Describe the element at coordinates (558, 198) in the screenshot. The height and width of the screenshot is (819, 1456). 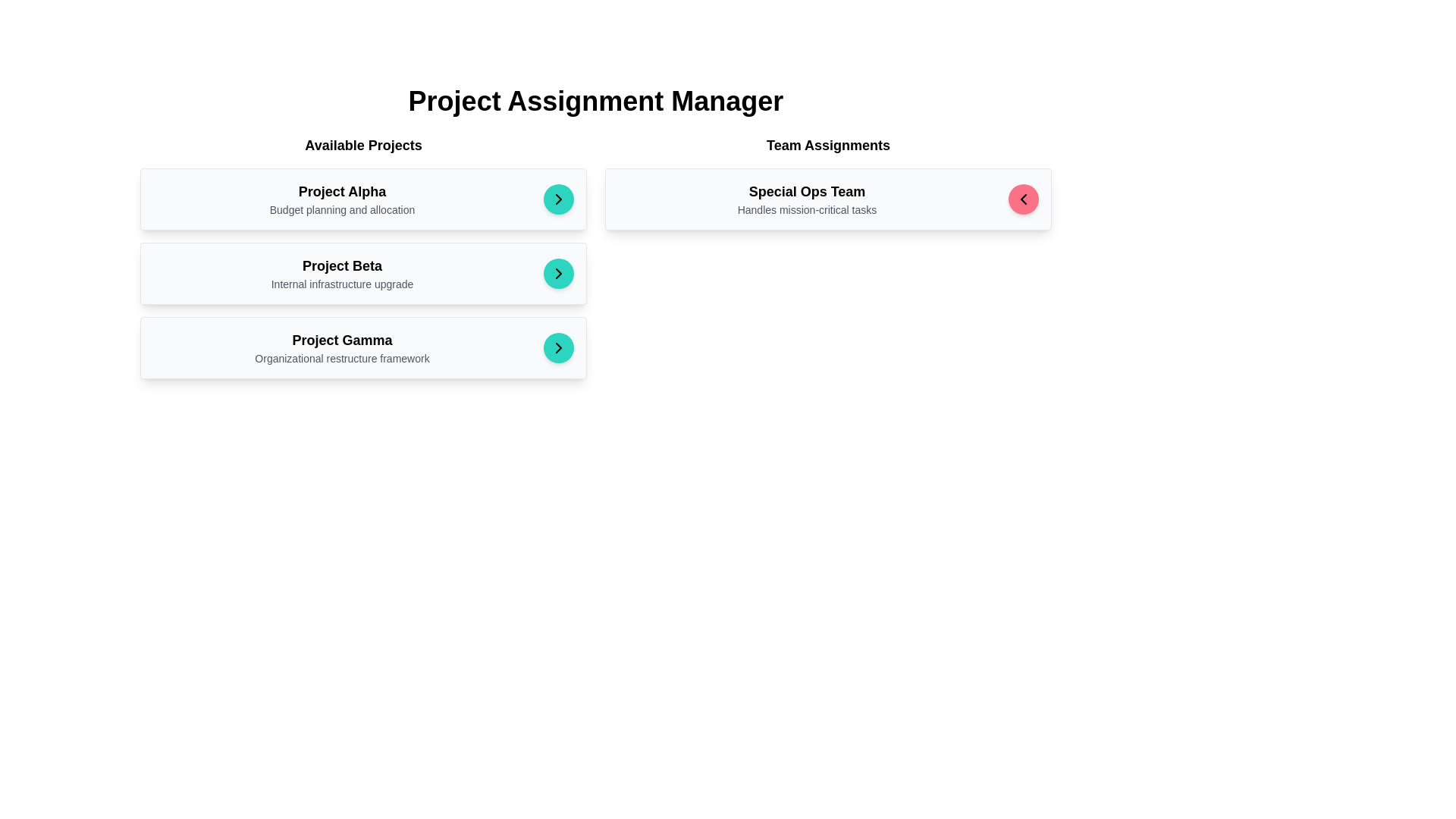
I see `the circular teal button with a rightward-pointing chevron icon located at the right end of the 'Project Alpha' card in the 'Available Projects' section to trigger a visual effect` at that location.